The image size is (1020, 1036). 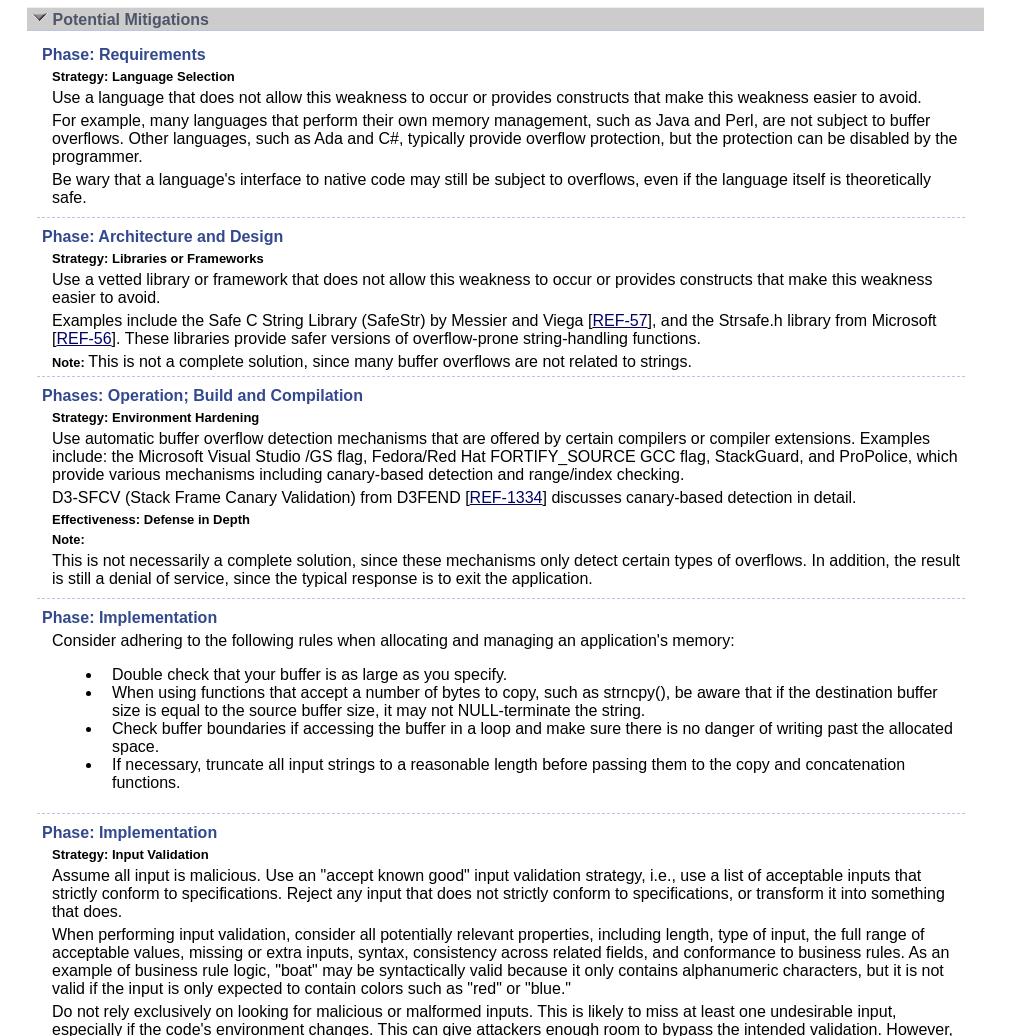 What do you see at coordinates (52, 76) in the screenshot?
I see `'Strategy:  Language Selection'` at bounding box center [52, 76].